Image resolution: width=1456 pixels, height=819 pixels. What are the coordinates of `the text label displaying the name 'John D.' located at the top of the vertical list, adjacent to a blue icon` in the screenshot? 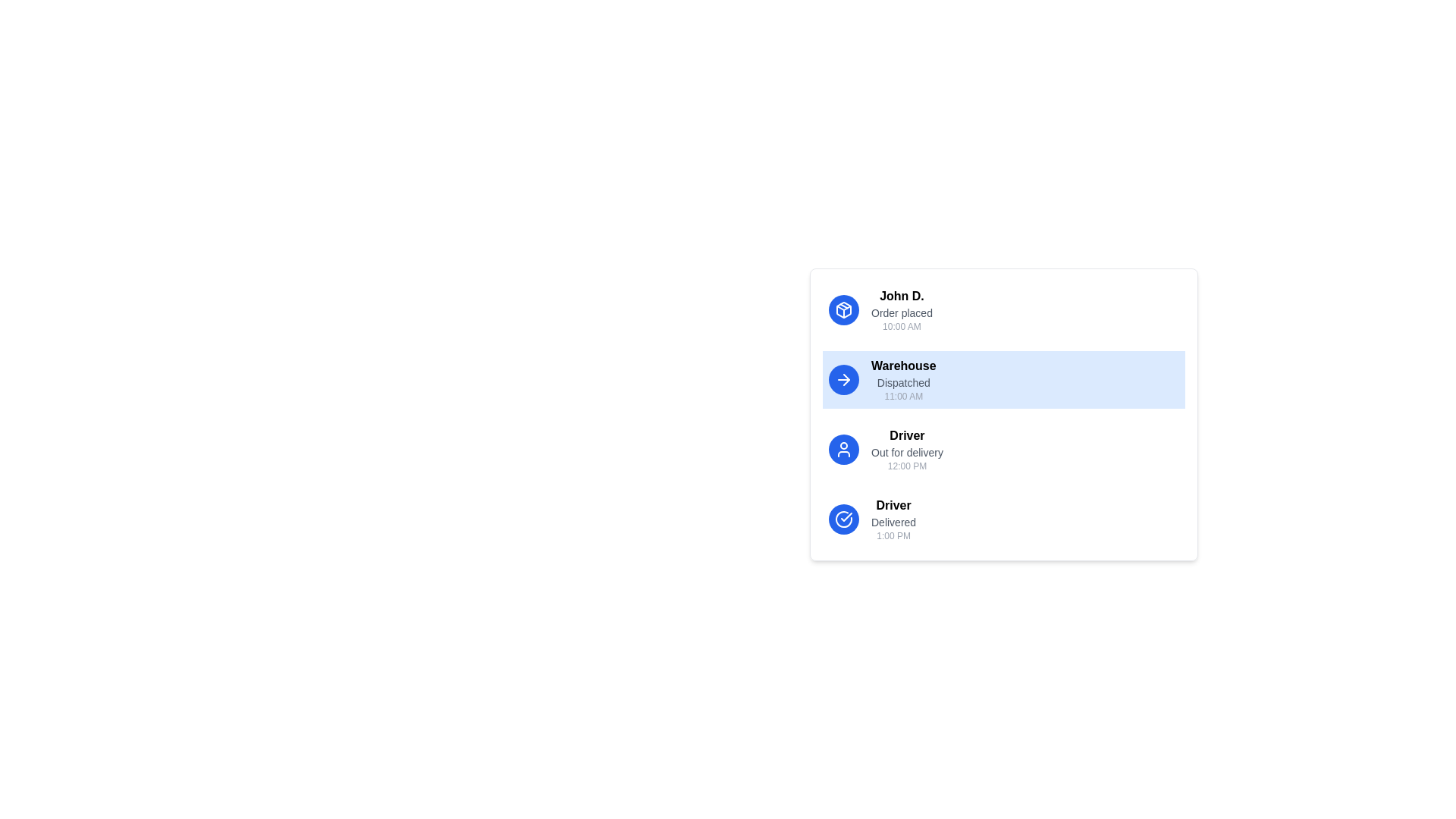 It's located at (902, 296).